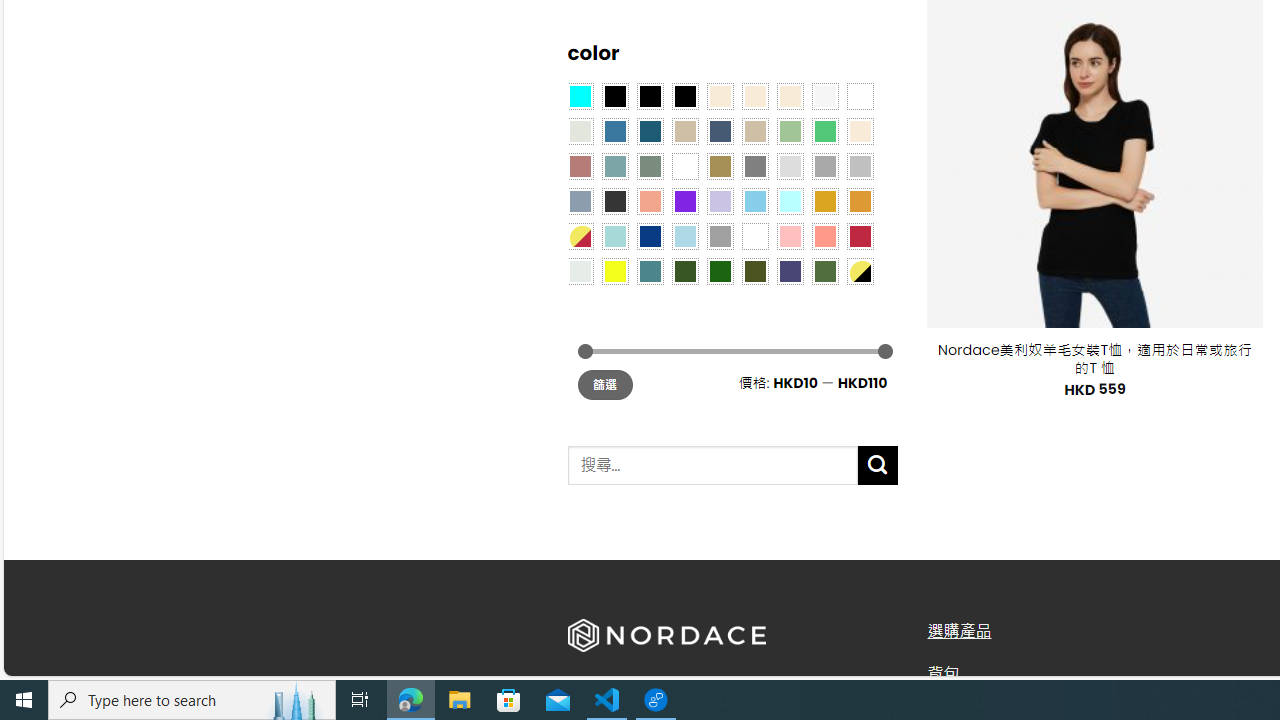  I want to click on 'Dull Nickle', so click(578, 270).